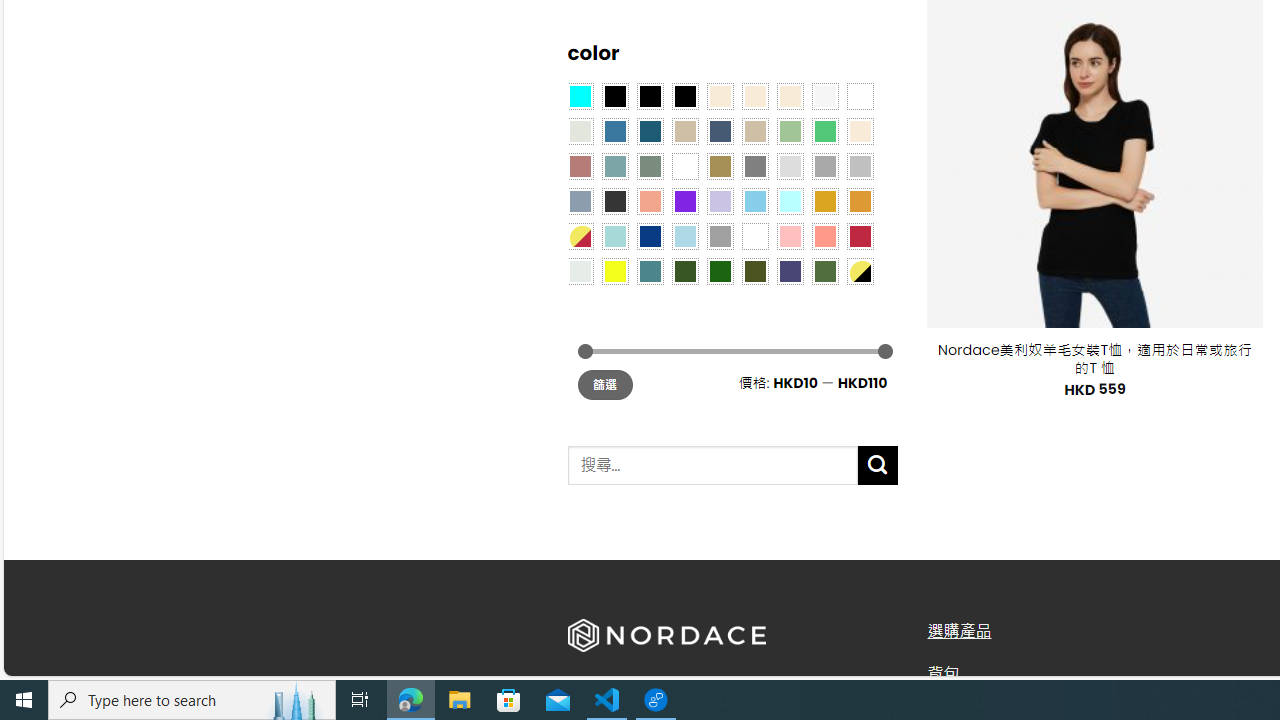  I want to click on 'Dull Nickle', so click(578, 270).